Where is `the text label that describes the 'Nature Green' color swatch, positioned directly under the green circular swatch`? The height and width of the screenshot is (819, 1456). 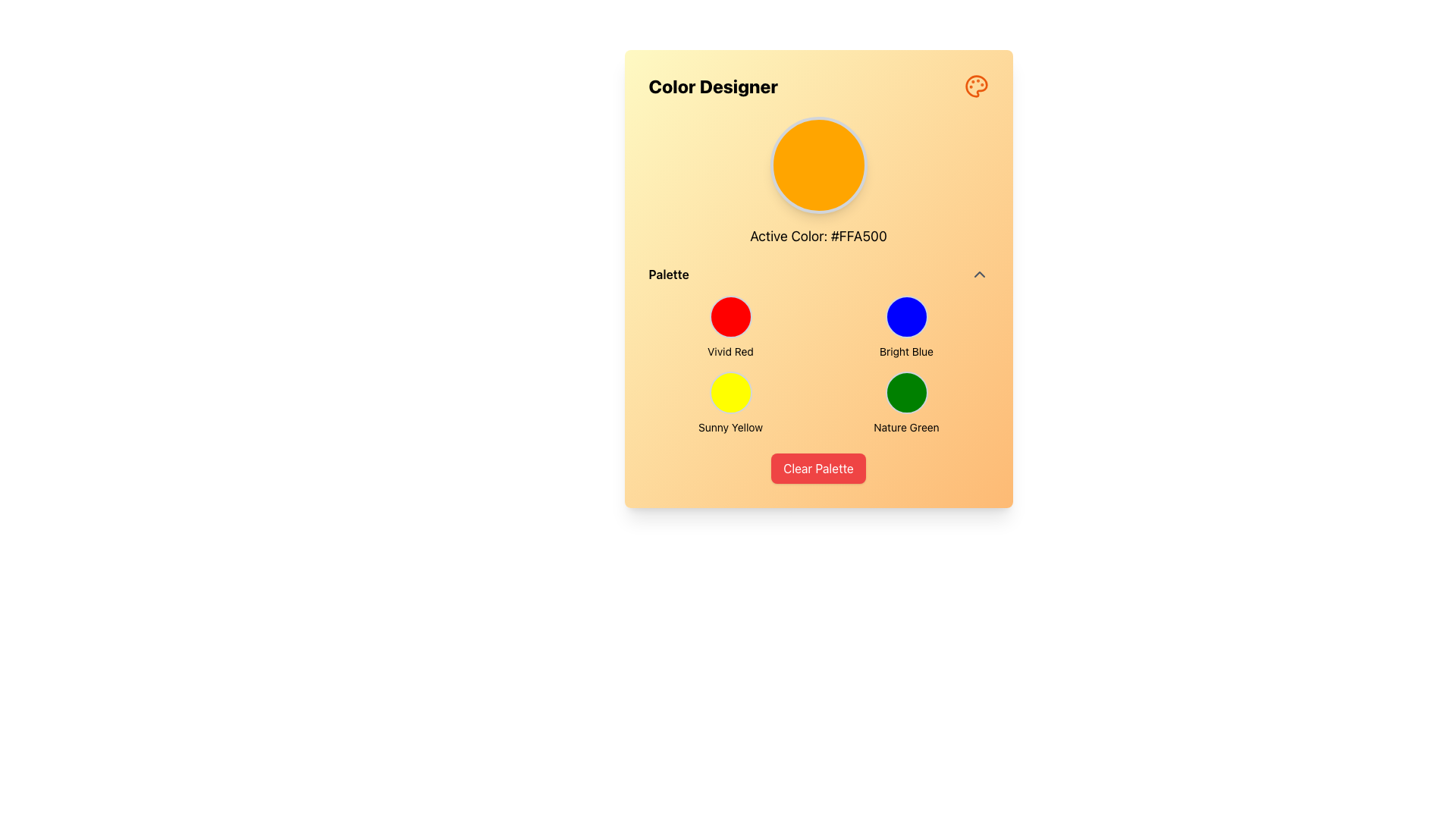 the text label that describes the 'Nature Green' color swatch, positioned directly under the green circular swatch is located at coordinates (906, 427).